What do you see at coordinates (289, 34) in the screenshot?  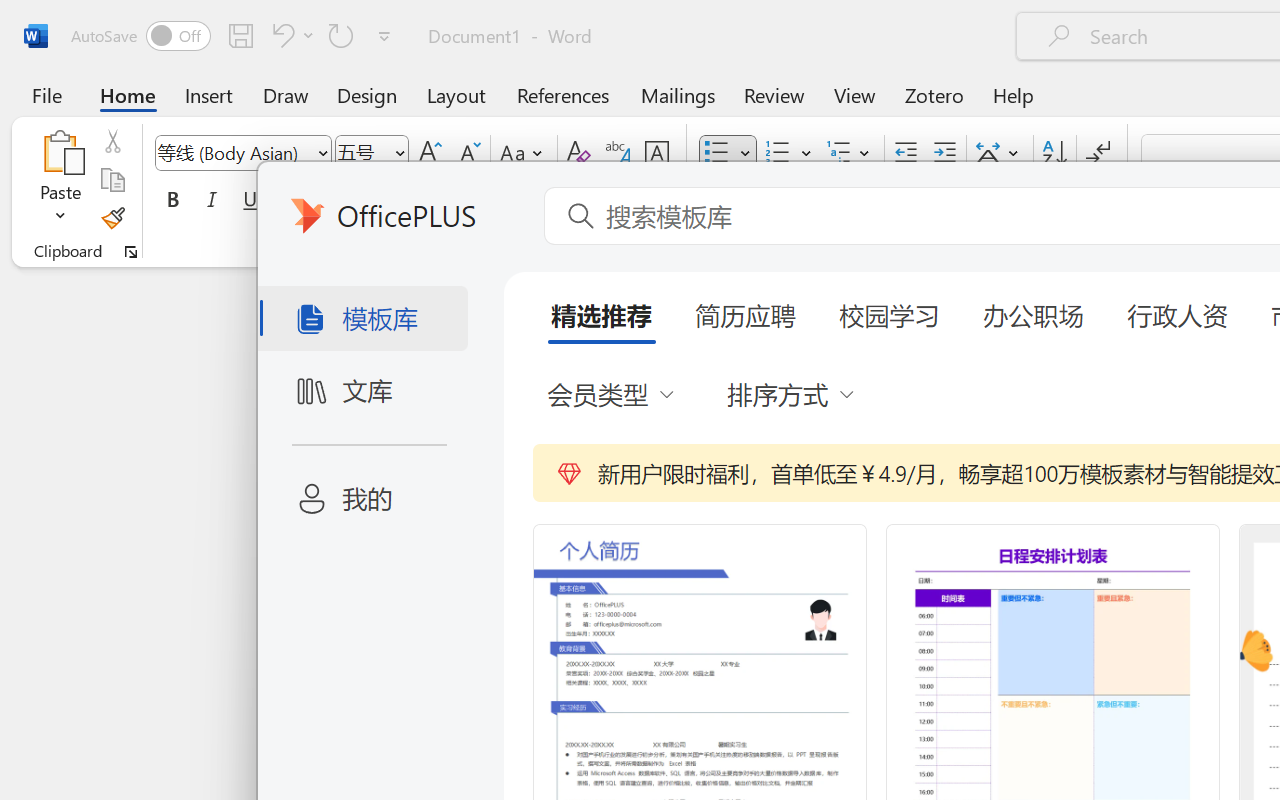 I see `'Undo Bullet Default'` at bounding box center [289, 34].